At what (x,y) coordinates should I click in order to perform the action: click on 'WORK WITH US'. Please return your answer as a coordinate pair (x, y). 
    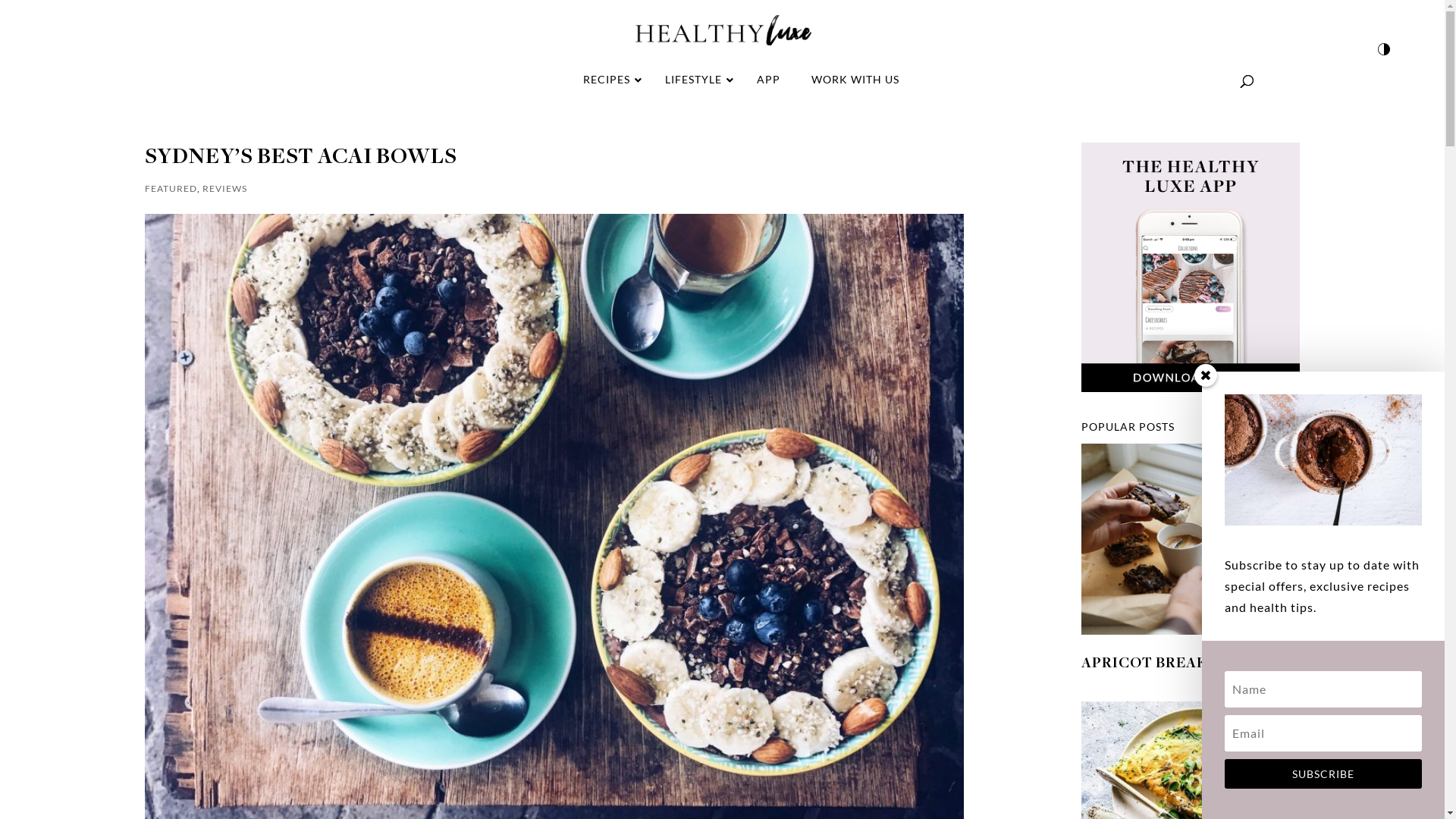
    Looking at the image, I should click on (855, 79).